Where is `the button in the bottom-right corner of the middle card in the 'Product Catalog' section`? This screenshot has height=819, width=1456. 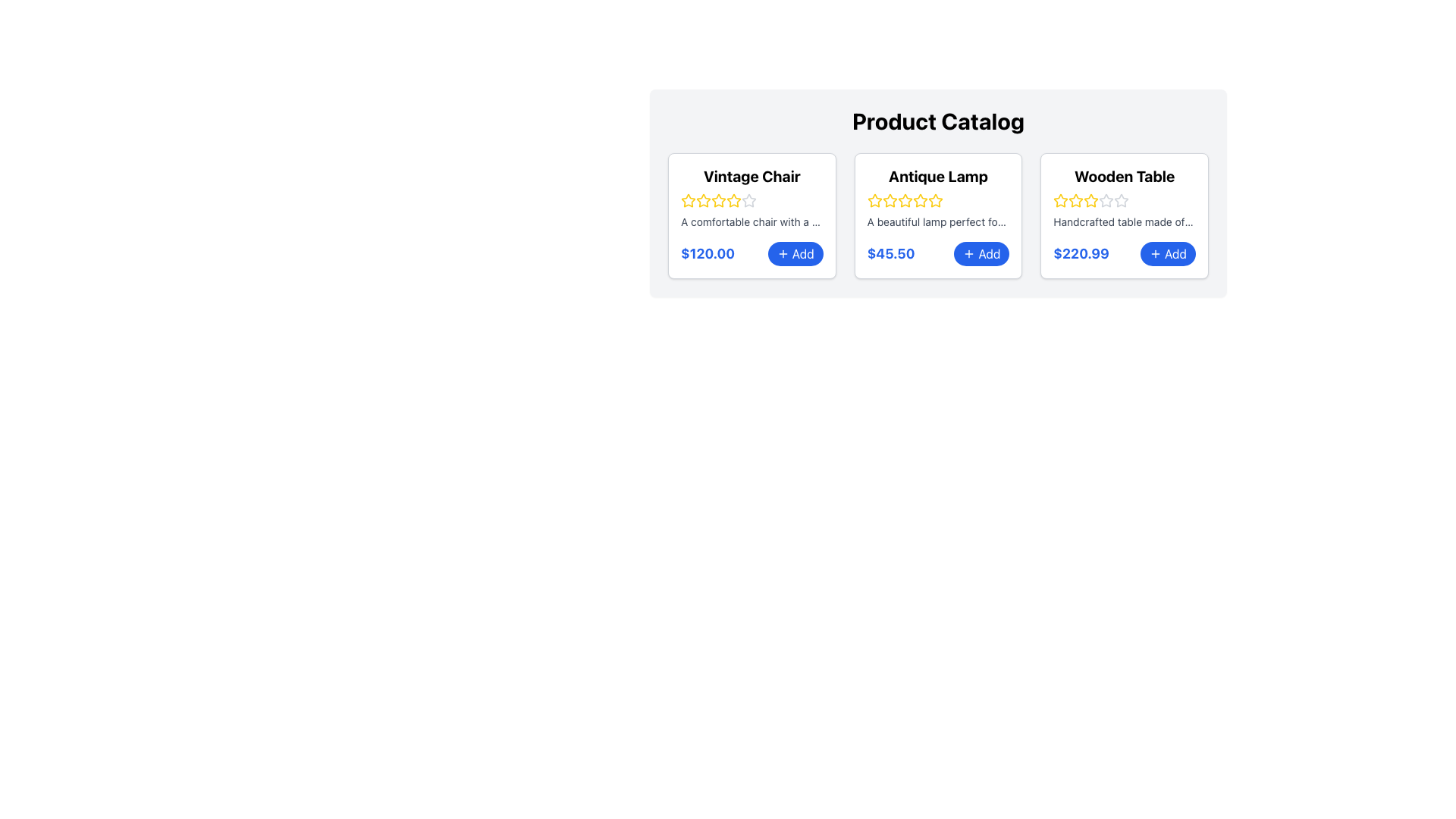
the button in the bottom-right corner of the middle card in the 'Product Catalog' section is located at coordinates (981, 253).